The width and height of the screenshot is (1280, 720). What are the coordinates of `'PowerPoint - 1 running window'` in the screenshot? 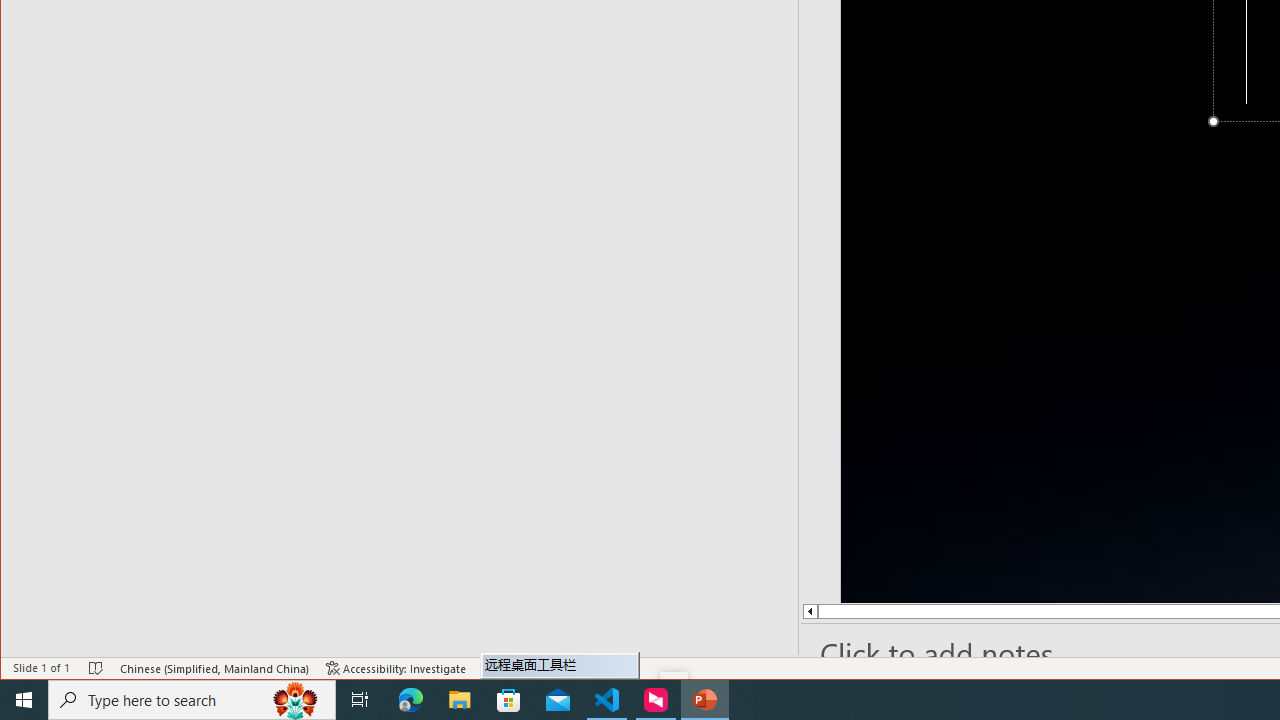 It's located at (705, 698).